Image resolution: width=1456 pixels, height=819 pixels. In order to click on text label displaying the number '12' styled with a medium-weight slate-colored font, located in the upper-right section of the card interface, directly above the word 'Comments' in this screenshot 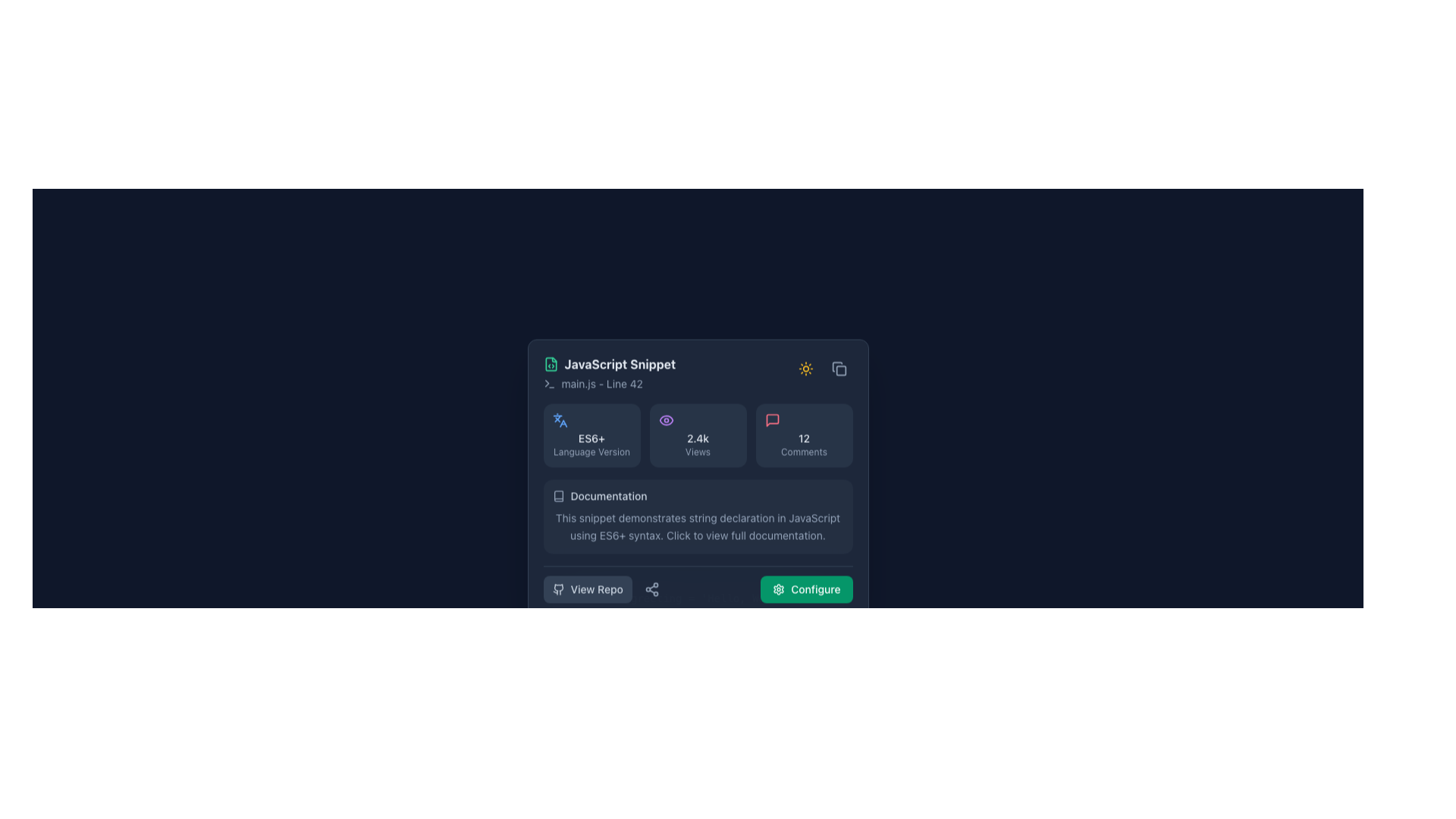, I will do `click(803, 438)`.